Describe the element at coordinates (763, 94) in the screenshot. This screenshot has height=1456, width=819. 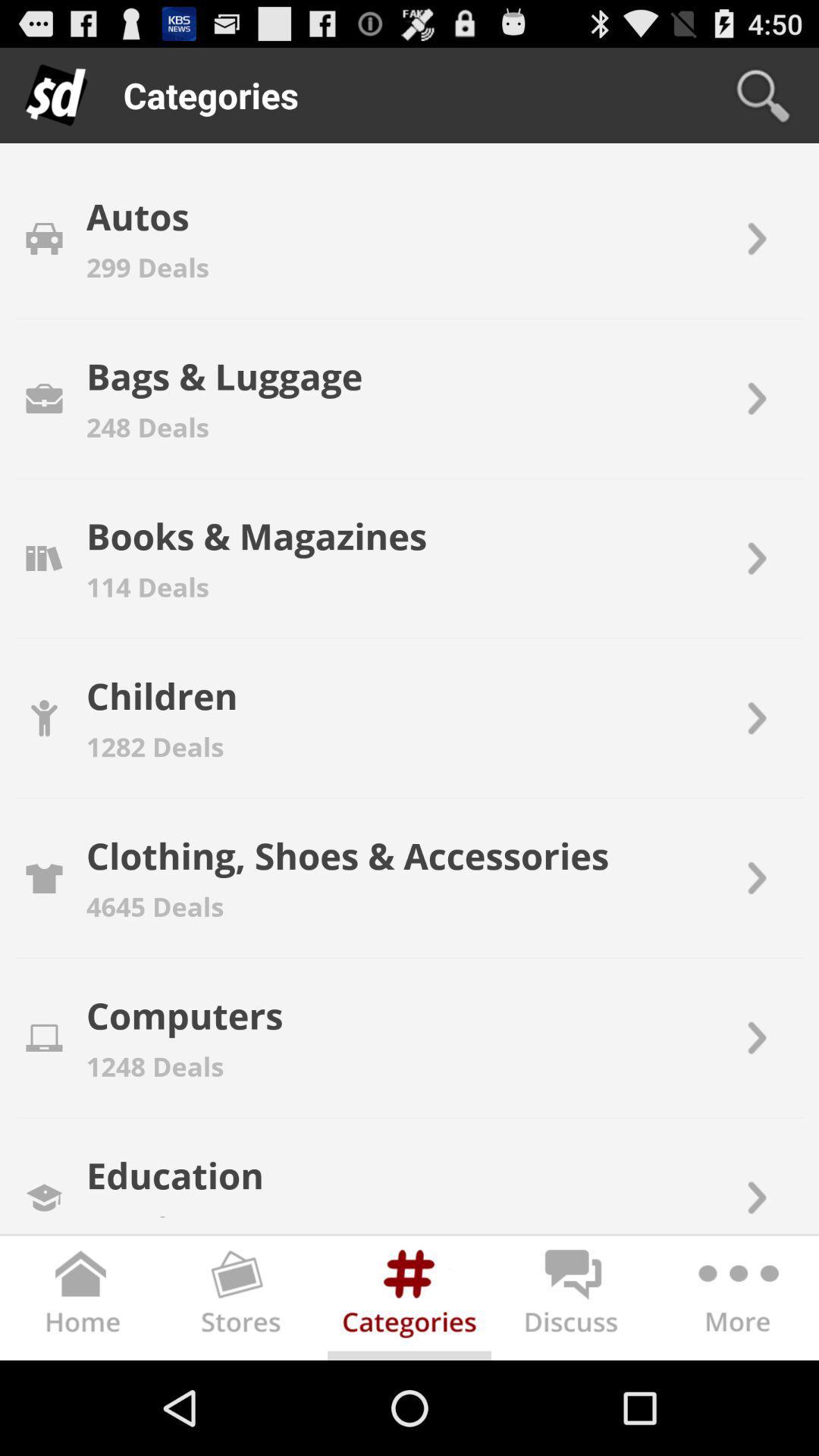
I see `app to the right of    categories item` at that location.